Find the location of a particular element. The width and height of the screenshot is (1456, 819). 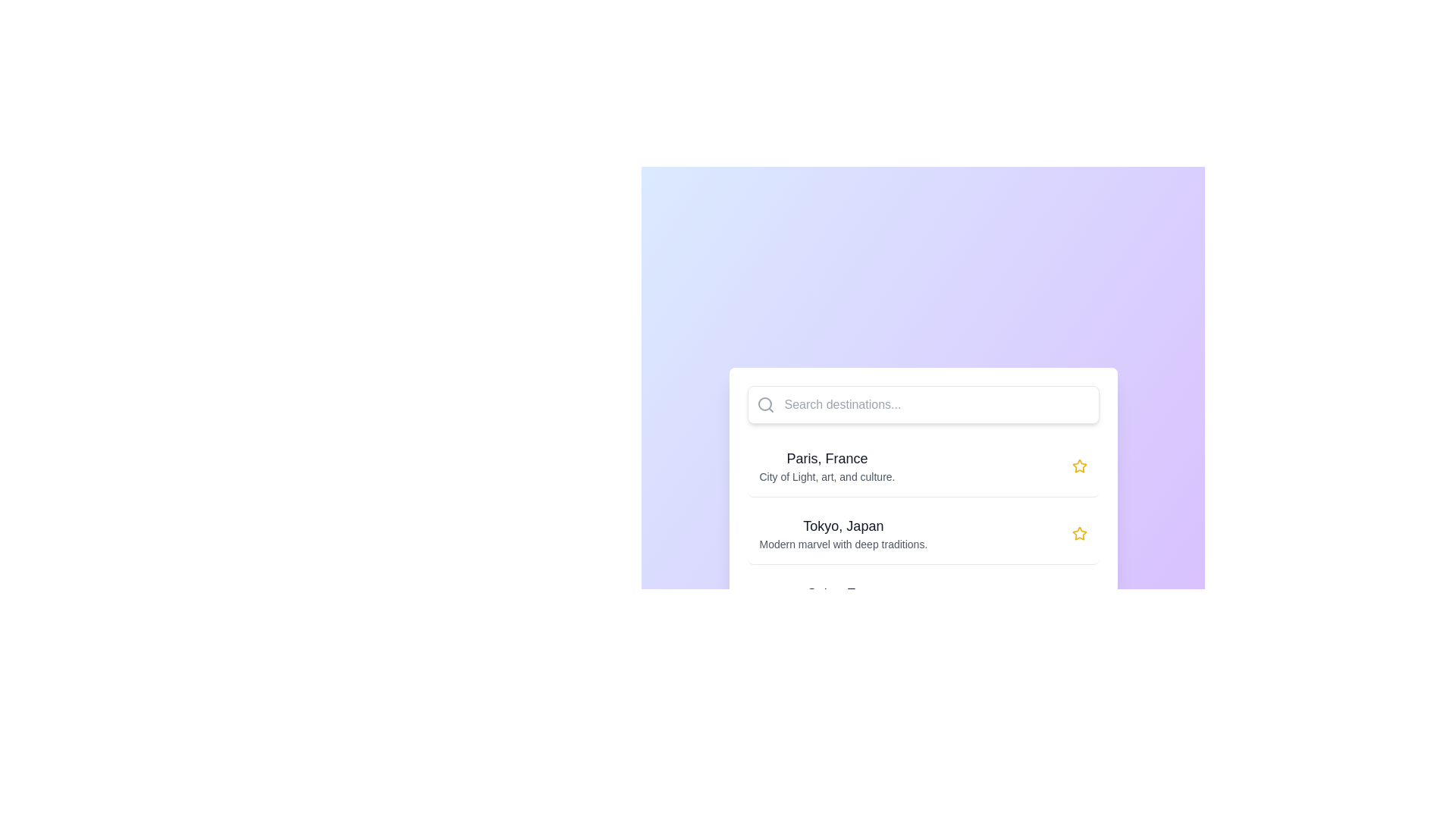

text label that says 'City of Light, art, and culture.' located directly below the heading 'Paris, France' in the destinations list is located at coordinates (826, 475).